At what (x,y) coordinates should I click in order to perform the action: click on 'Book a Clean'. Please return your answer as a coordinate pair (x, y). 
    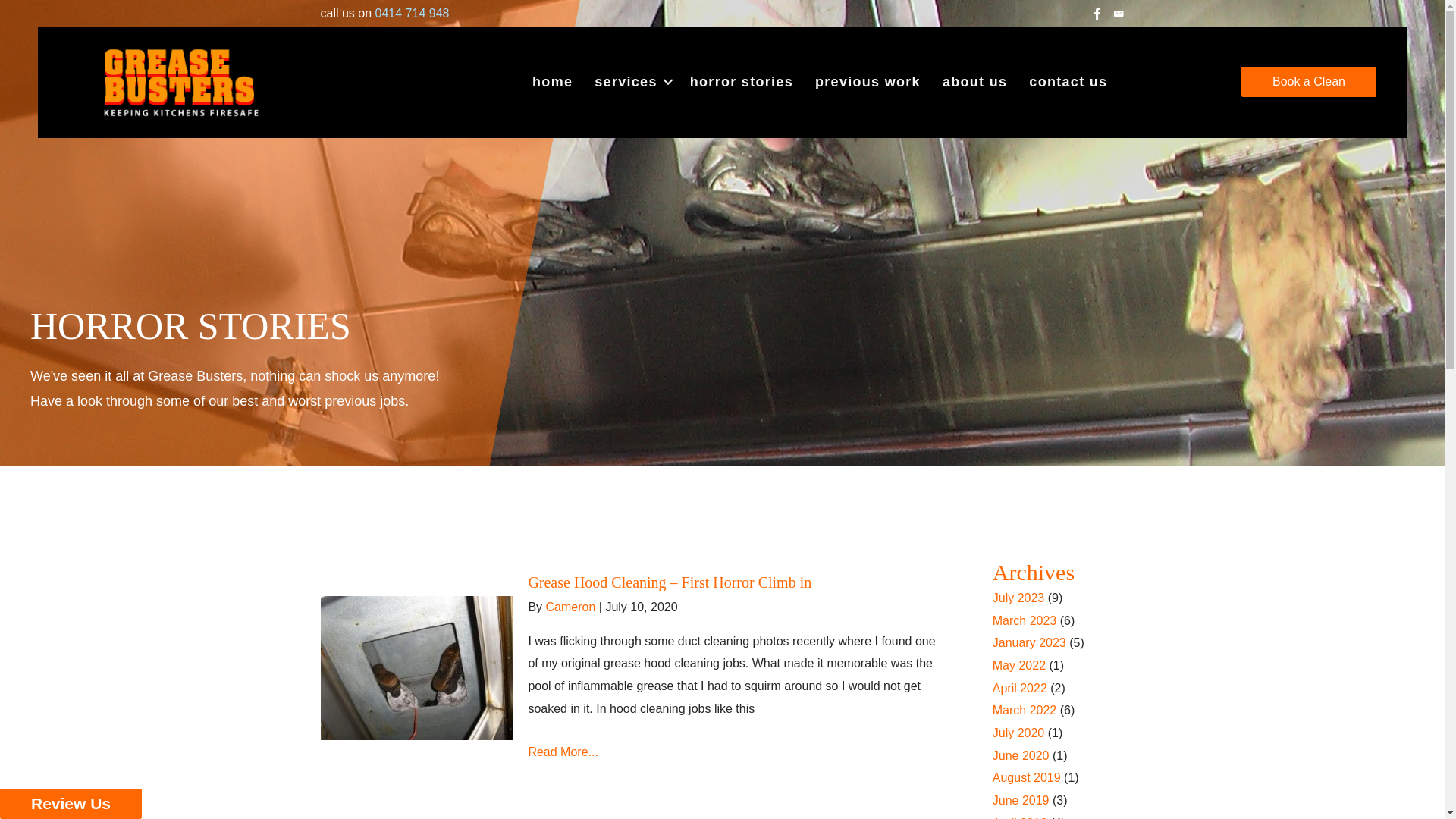
    Looking at the image, I should click on (1308, 82).